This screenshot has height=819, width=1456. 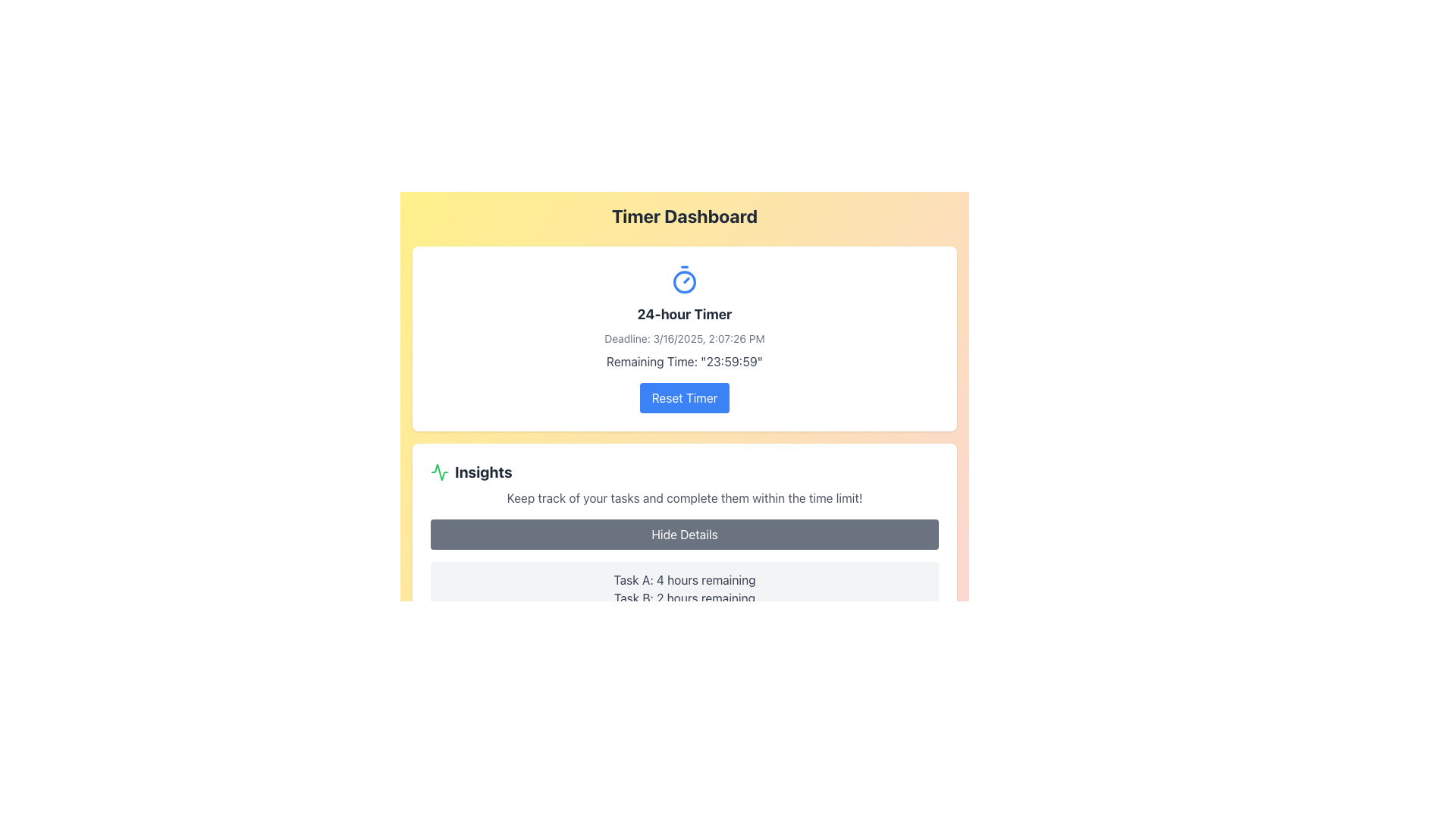 What do you see at coordinates (683, 314) in the screenshot?
I see `the text label reading '24-hour Timer', which is styled with a bold and large font in dark gray, located beneath the circular timer icon` at bounding box center [683, 314].